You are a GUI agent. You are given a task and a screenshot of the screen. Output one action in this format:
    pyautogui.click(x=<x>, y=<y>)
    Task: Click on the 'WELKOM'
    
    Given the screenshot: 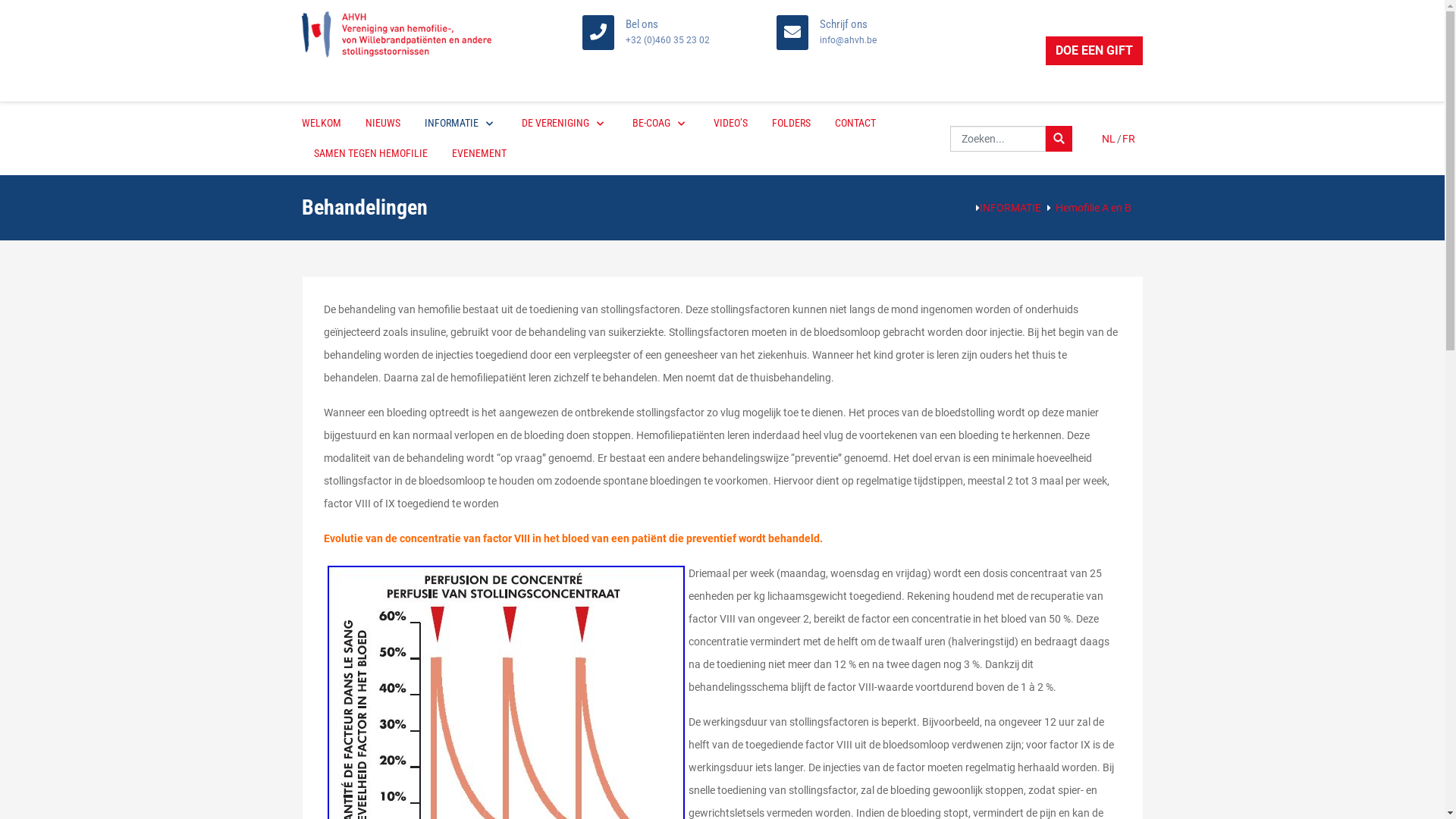 What is the action you would take?
    pyautogui.click(x=327, y=122)
    